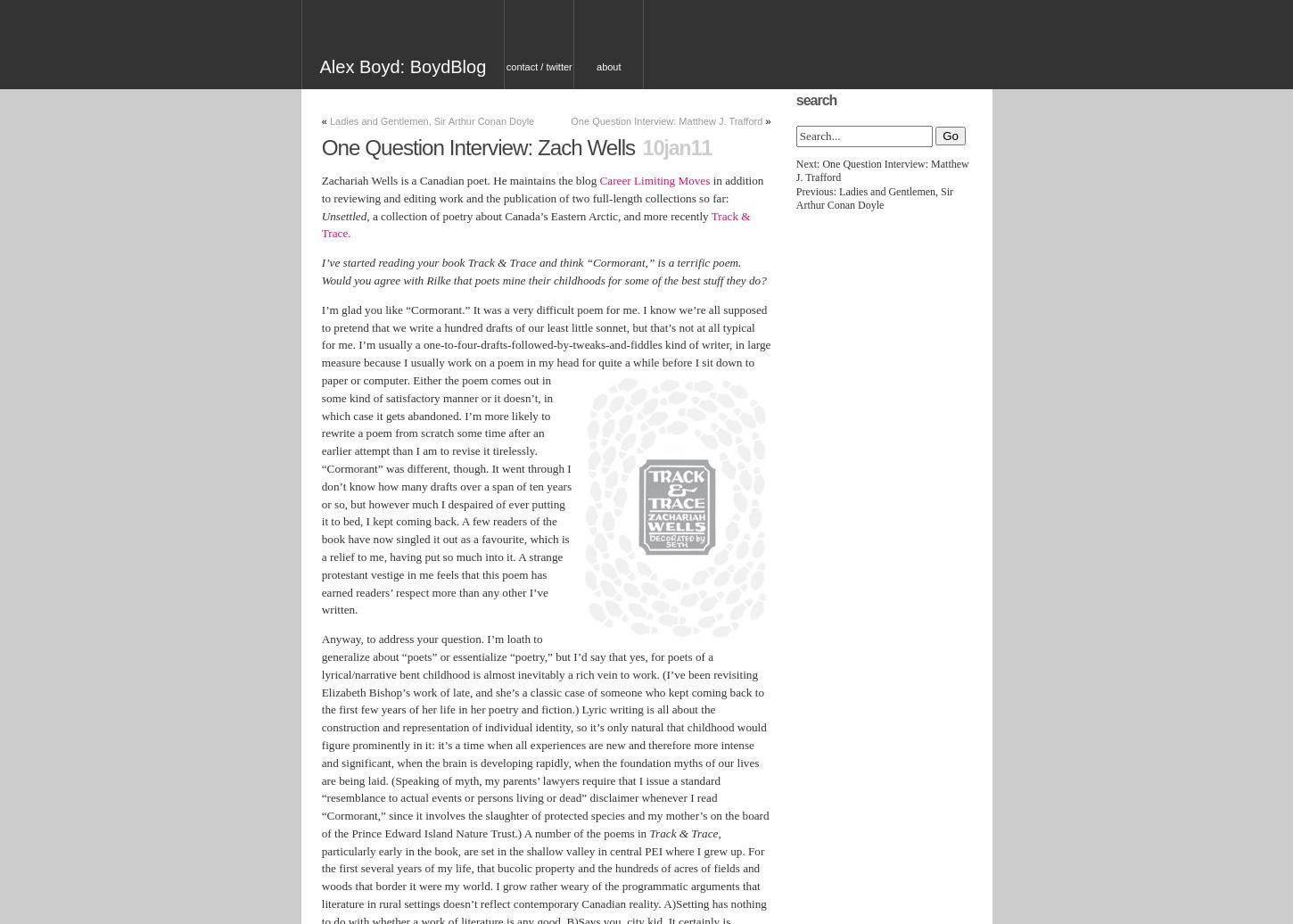  I want to click on 'comes out in some kind of satisfactory manner or it doesn’t, in which case it gets abandoned. I’m more likely to rewrite a poem from scratch some time after an earlier attempt than I am to revise it tirelessly. “Cormorant” was different, though. It went through I don’t know how many drafts over a span of ten years or so, but however much I despaired of ever putting it to bed, I kept coming back. A few readers of the book have now singled it out as a favourite, which is a relief to me, having put so much into it. A strange protestant vestige in me feels that this poem has earned readers’ respect more than any other I’ve written.', so click(446, 494).